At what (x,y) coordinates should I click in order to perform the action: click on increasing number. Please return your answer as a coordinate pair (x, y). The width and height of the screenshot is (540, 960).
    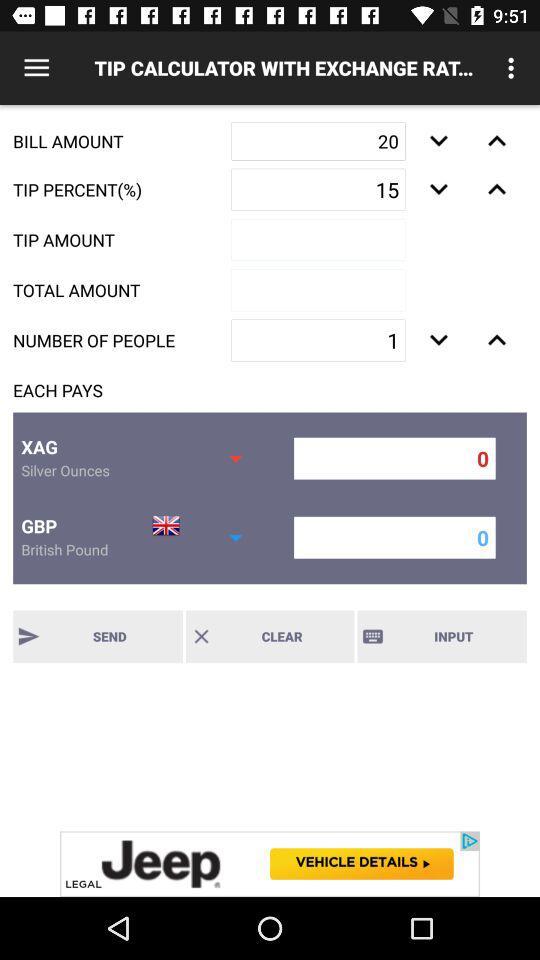
    Looking at the image, I should click on (437, 340).